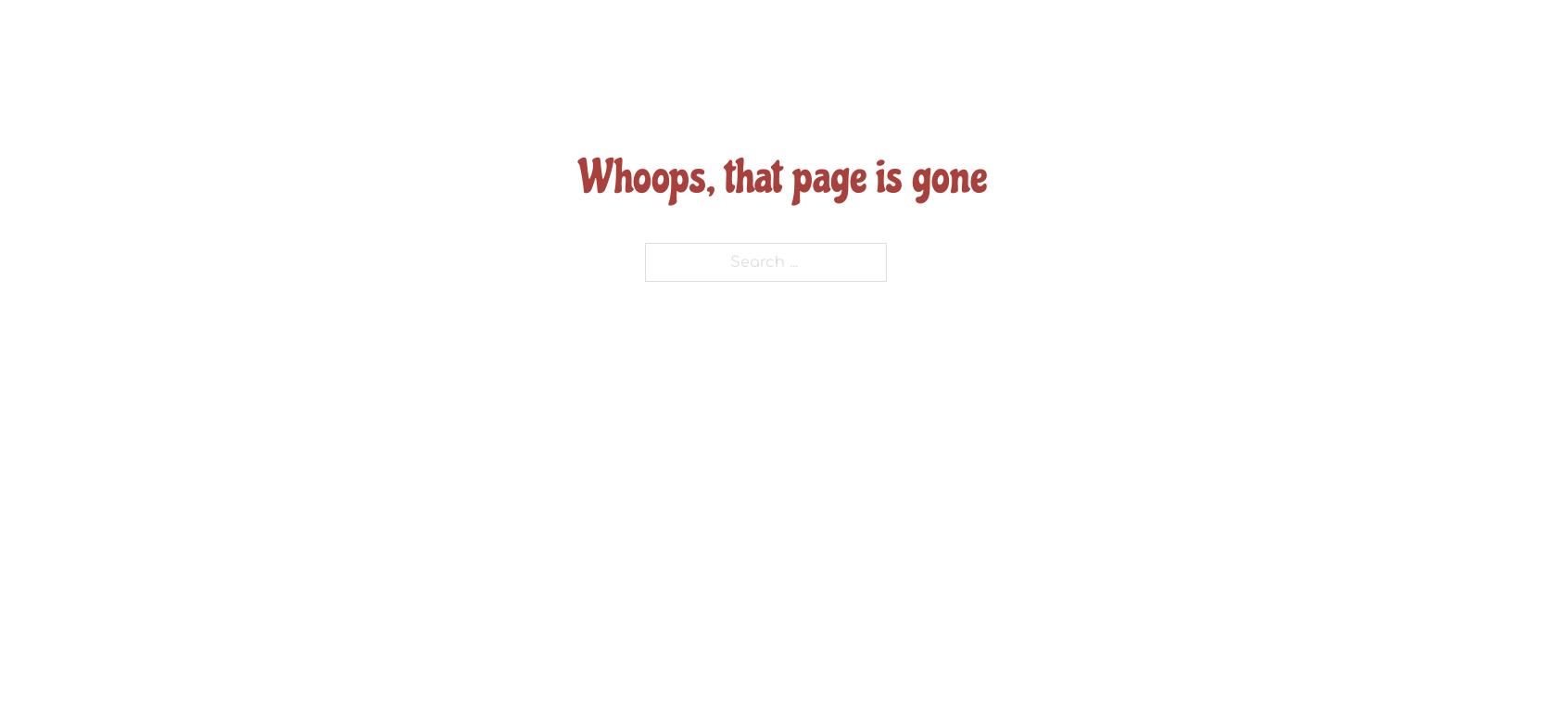 The image size is (1568, 712). What do you see at coordinates (836, 64) in the screenshot?
I see `'Menu'` at bounding box center [836, 64].